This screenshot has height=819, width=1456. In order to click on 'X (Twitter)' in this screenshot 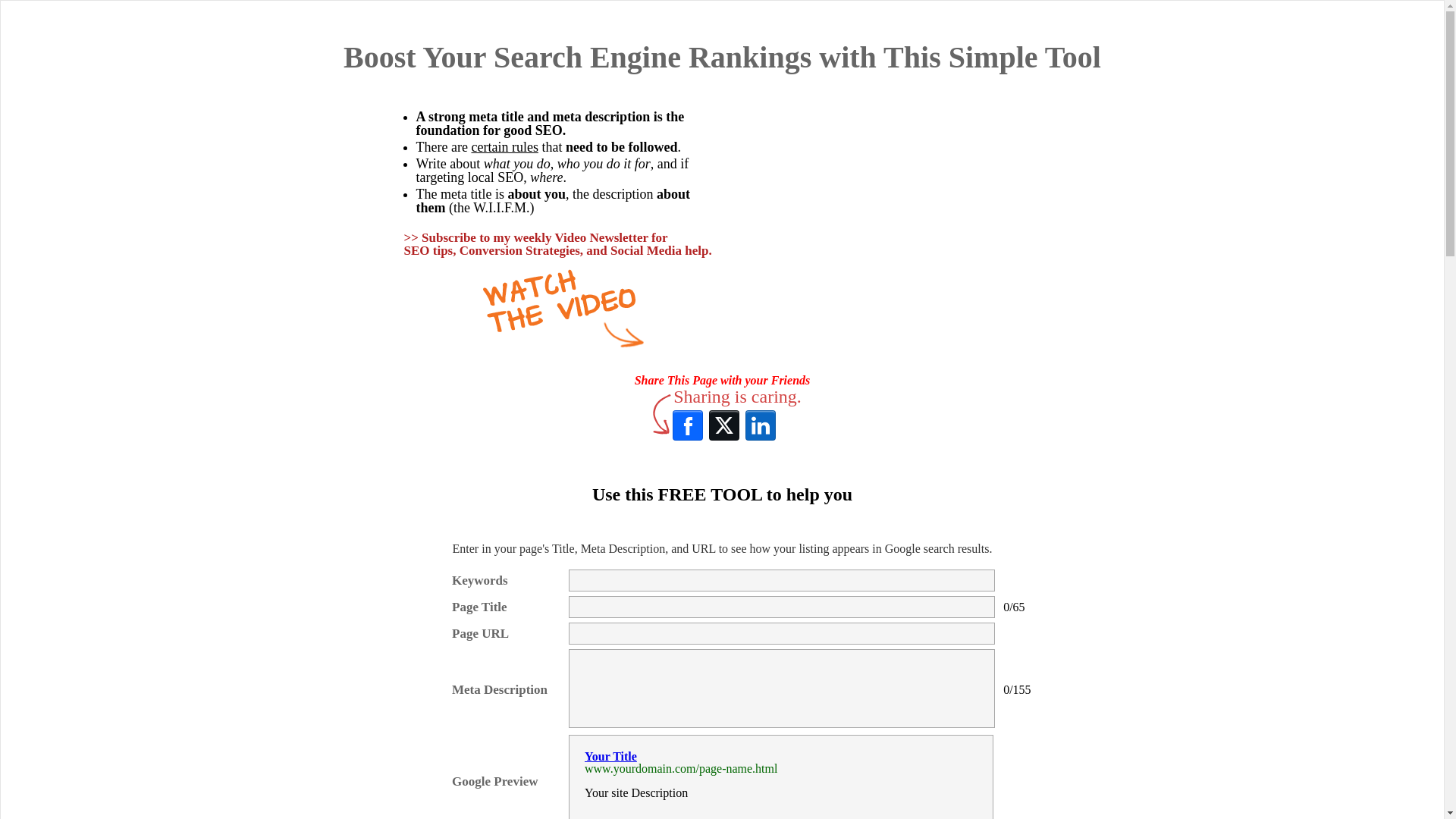, I will do `click(723, 425)`.